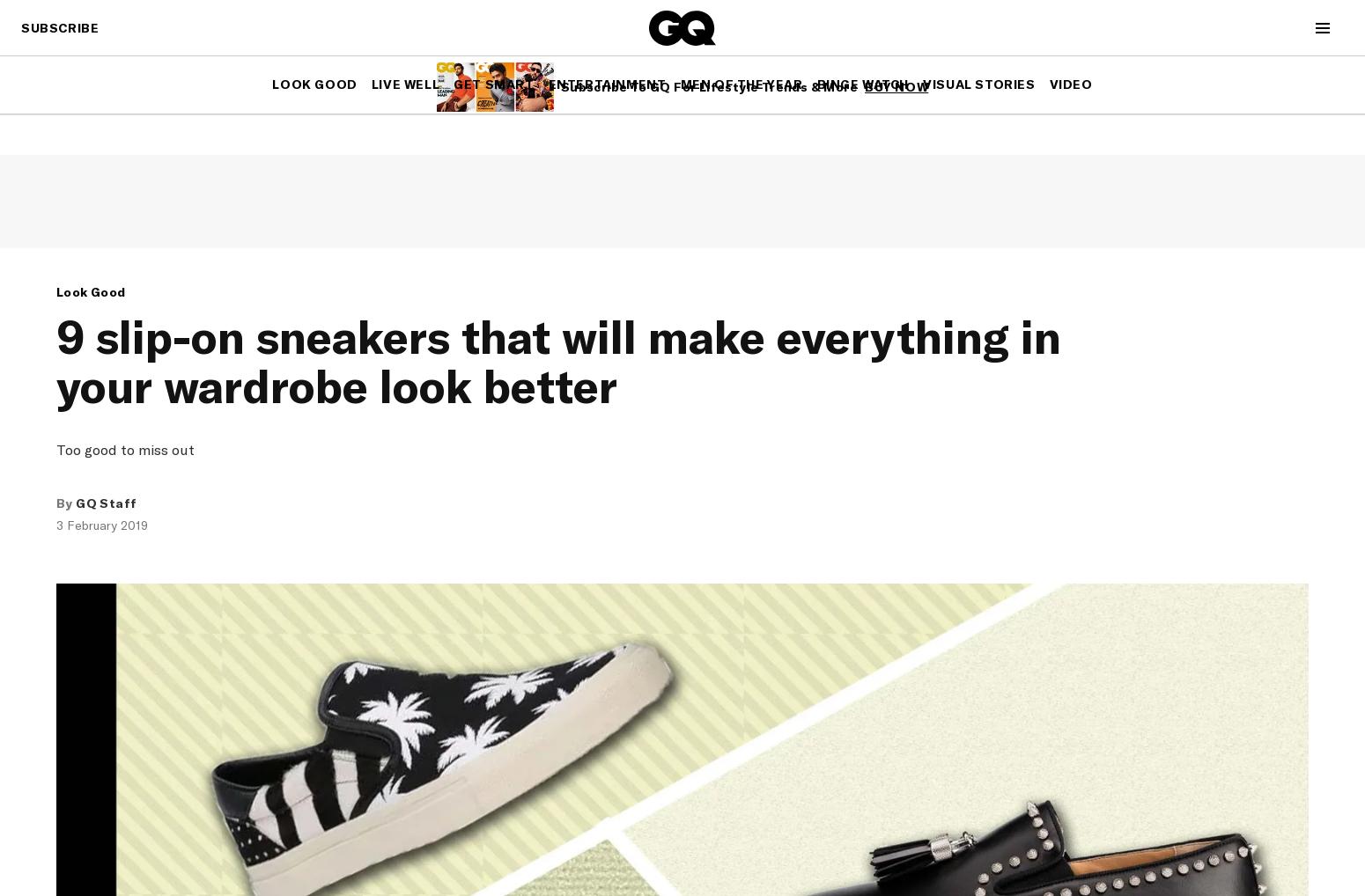 The image size is (1365, 896). What do you see at coordinates (370, 84) in the screenshot?
I see `'Live Well'` at bounding box center [370, 84].